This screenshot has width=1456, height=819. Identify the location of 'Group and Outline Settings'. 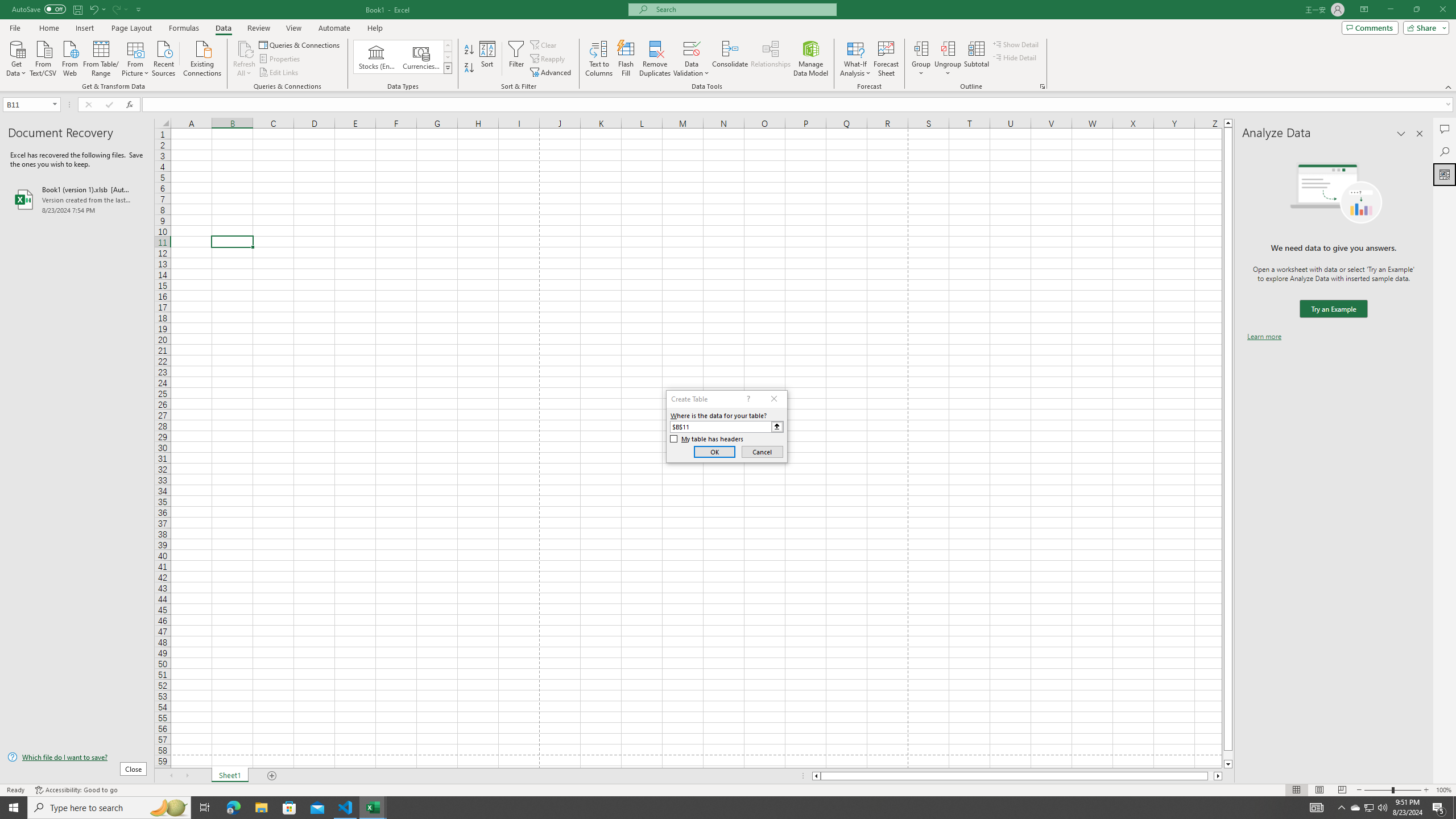
(1041, 85).